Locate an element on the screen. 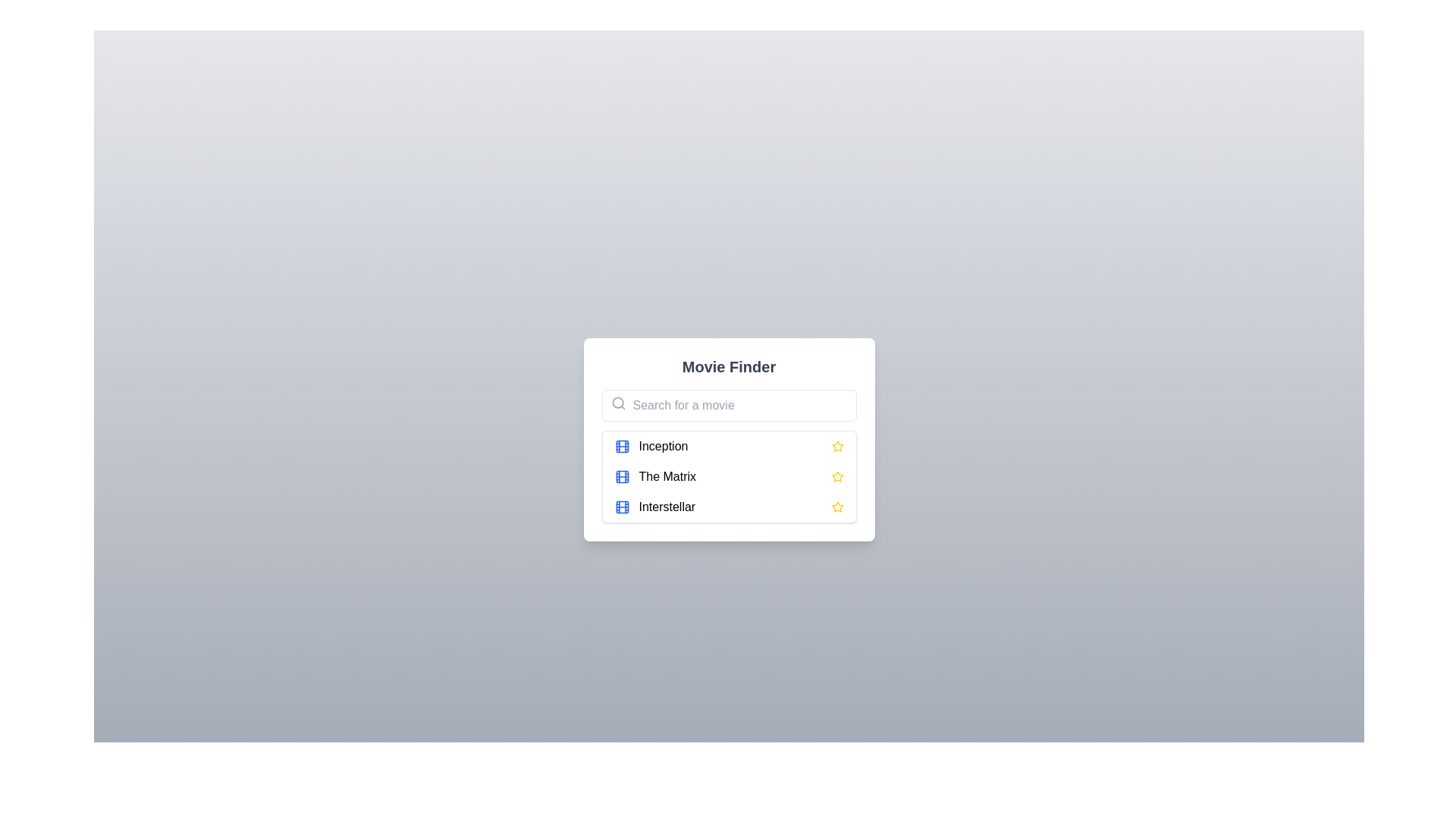  the leftmost icon associated with the third entry in the movie list 'Interstellar' is located at coordinates (622, 507).